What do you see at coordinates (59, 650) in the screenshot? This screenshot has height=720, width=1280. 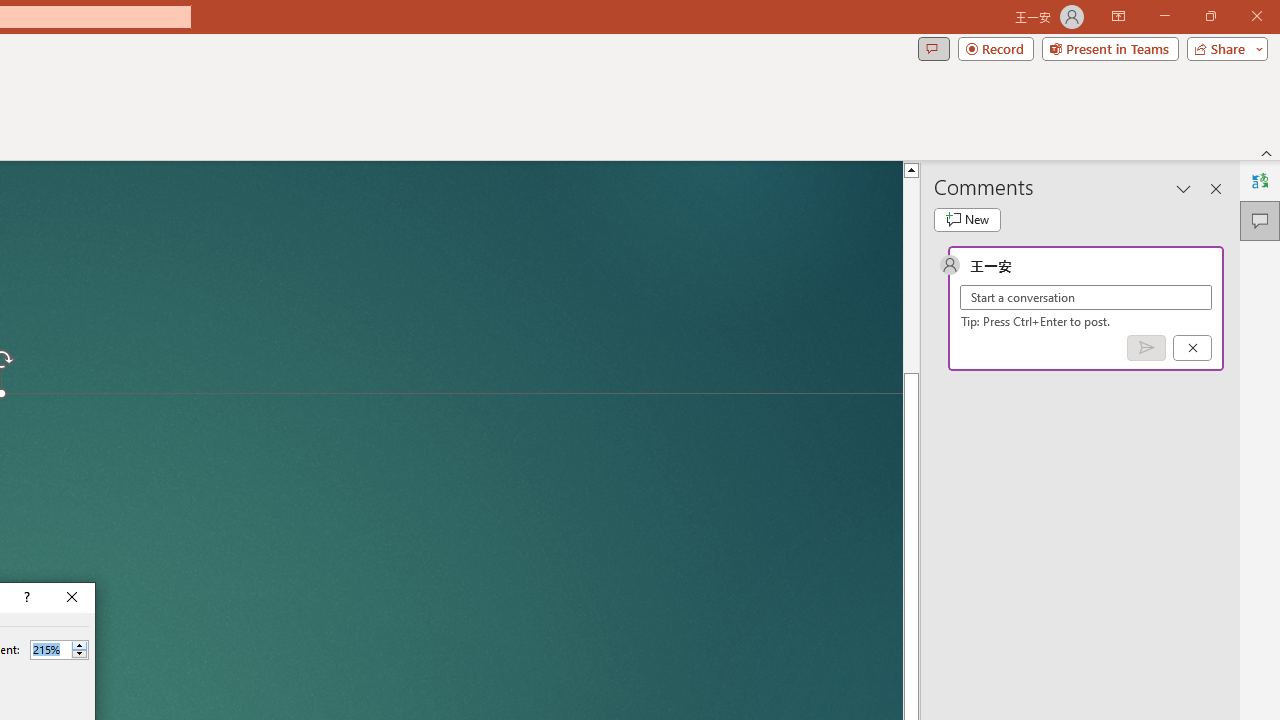 I see `'Percent'` at bounding box center [59, 650].